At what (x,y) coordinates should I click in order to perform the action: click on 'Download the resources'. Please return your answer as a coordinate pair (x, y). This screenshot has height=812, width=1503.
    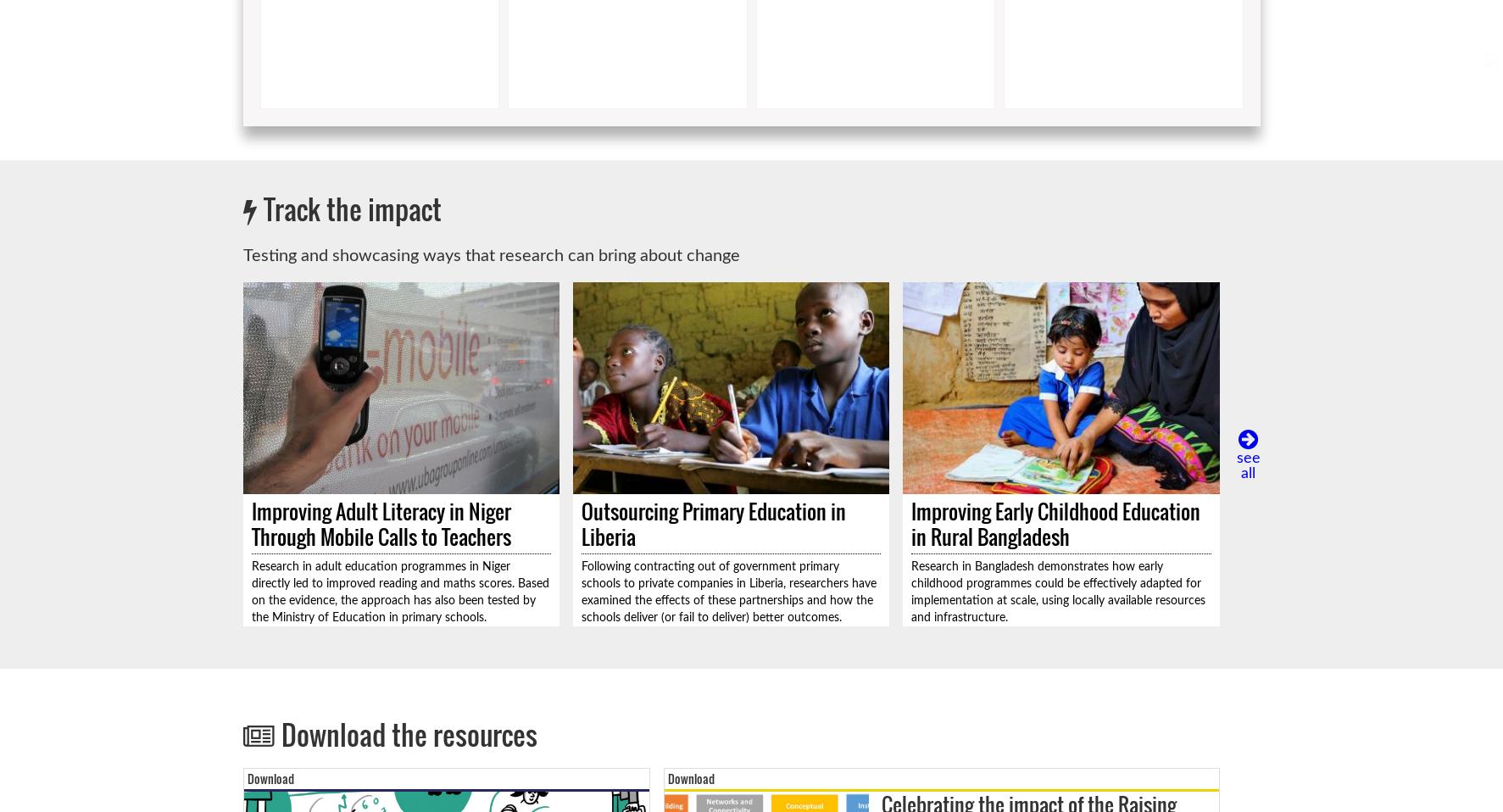
    Looking at the image, I should click on (408, 733).